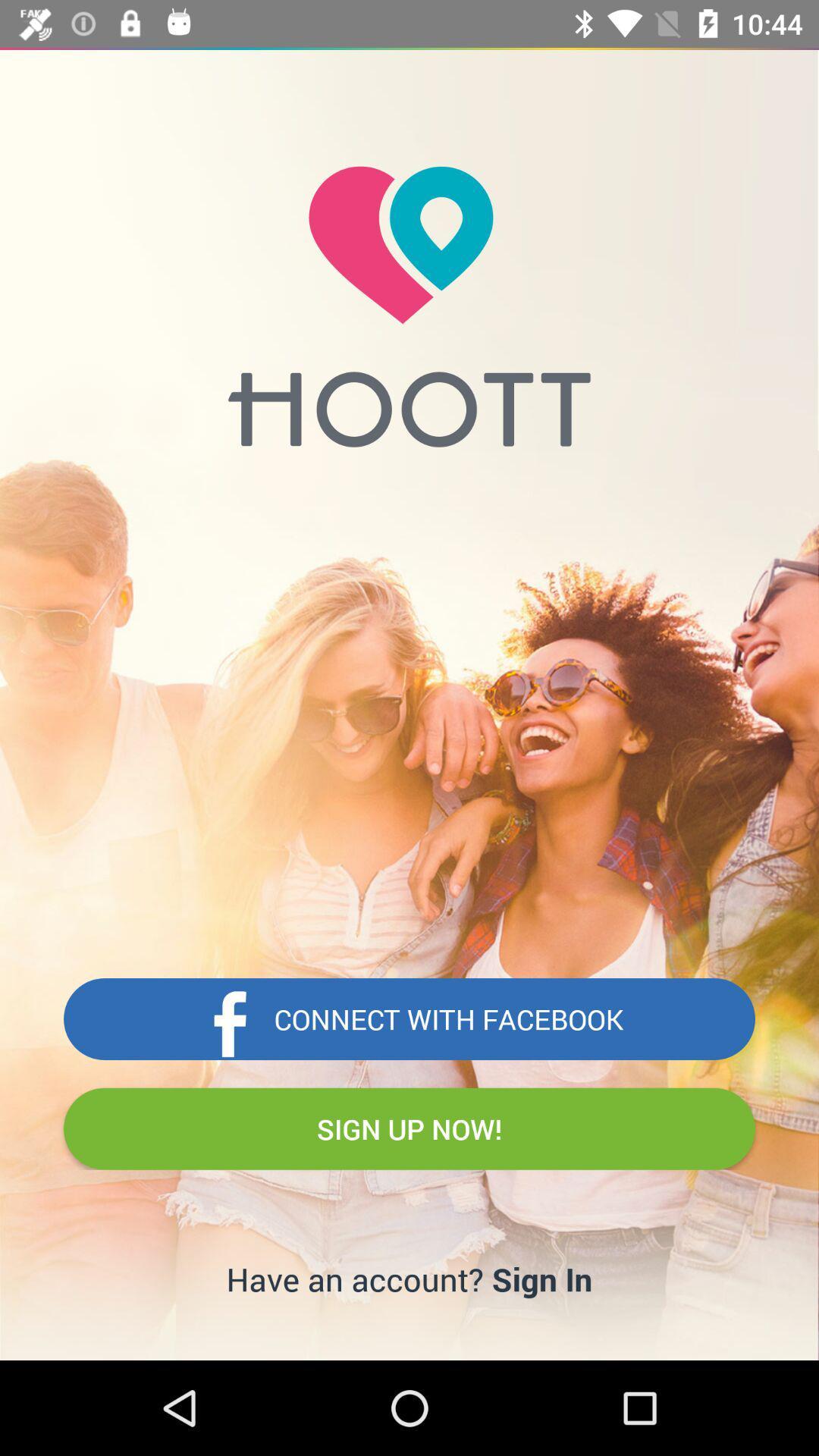  I want to click on sign up now!, so click(409, 1128).